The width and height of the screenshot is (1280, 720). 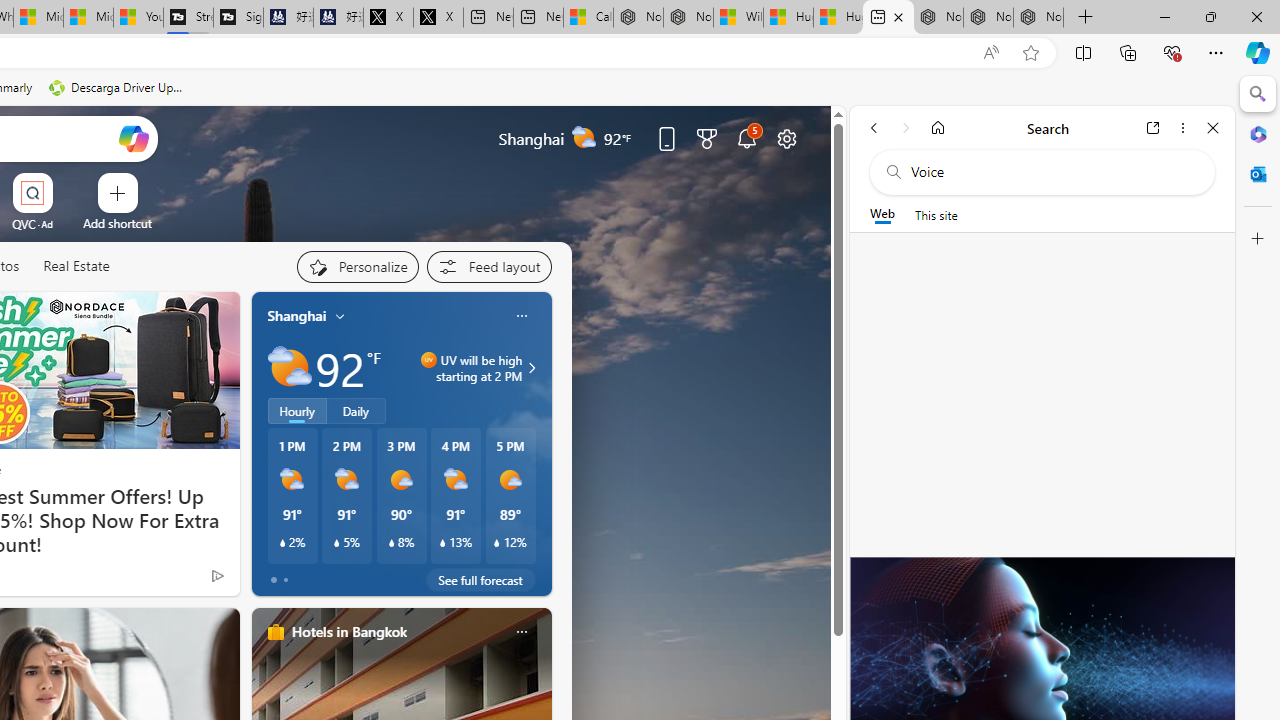 I want to click on 'UV will be high starting at 2 PM', so click(x=529, y=367).